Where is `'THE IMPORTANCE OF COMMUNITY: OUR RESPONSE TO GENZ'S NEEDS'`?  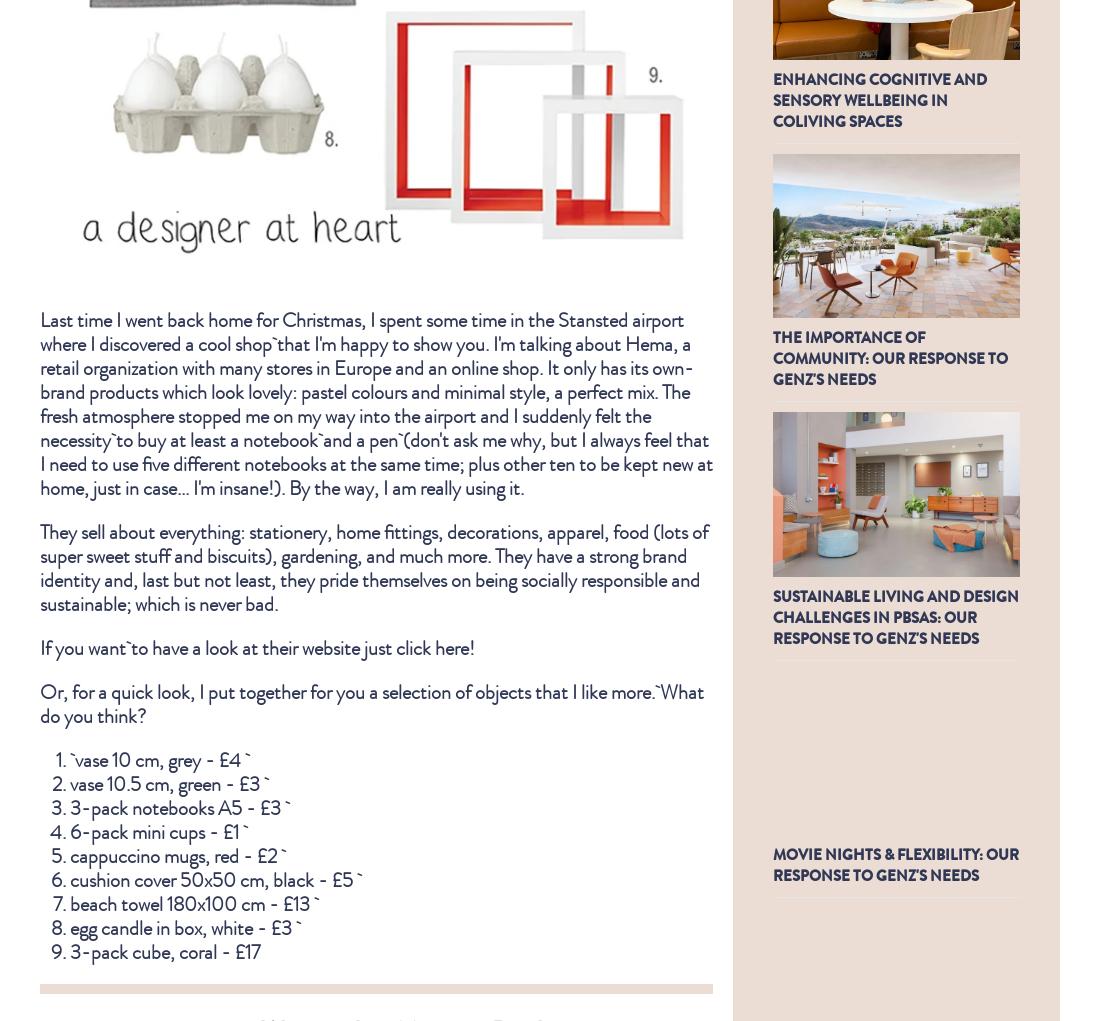
'THE IMPORTANCE OF COMMUNITY: OUR RESPONSE TO GENZ'S NEEDS' is located at coordinates (889, 358).